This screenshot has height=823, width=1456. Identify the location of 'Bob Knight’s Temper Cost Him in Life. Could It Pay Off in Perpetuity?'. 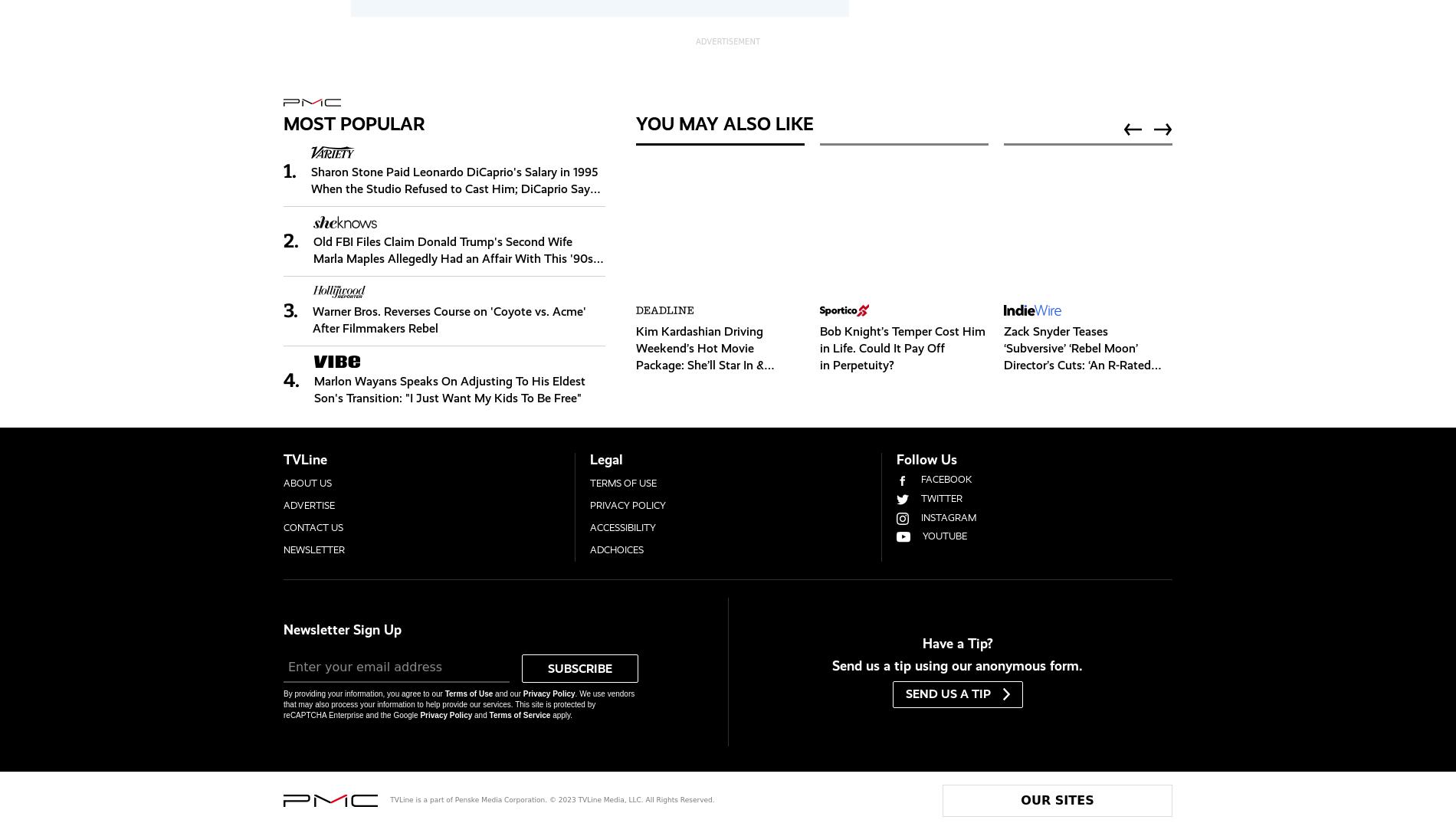
(902, 346).